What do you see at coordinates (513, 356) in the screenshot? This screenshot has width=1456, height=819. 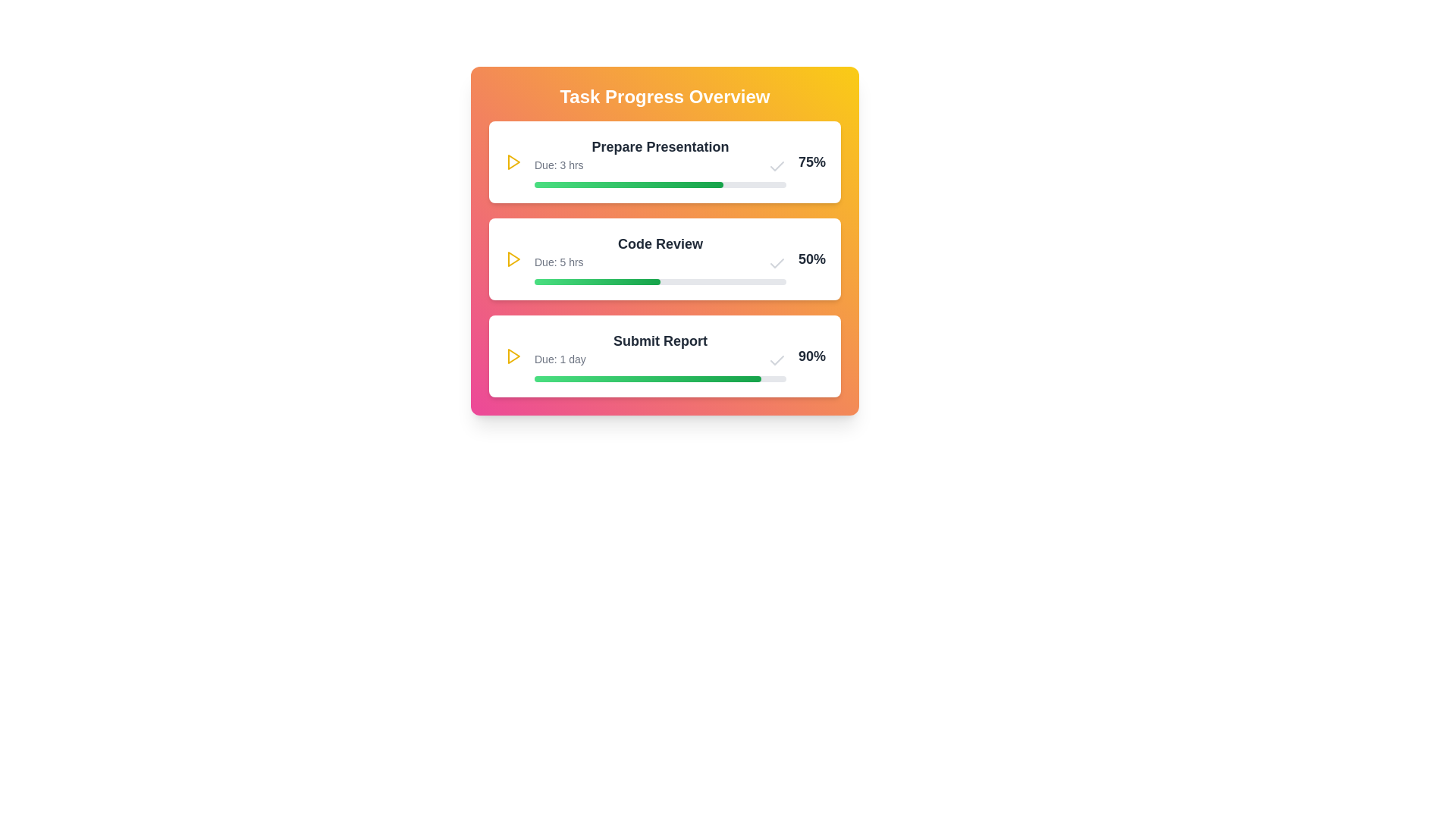 I see `the button or icon related to 'Submit Report'` at bounding box center [513, 356].